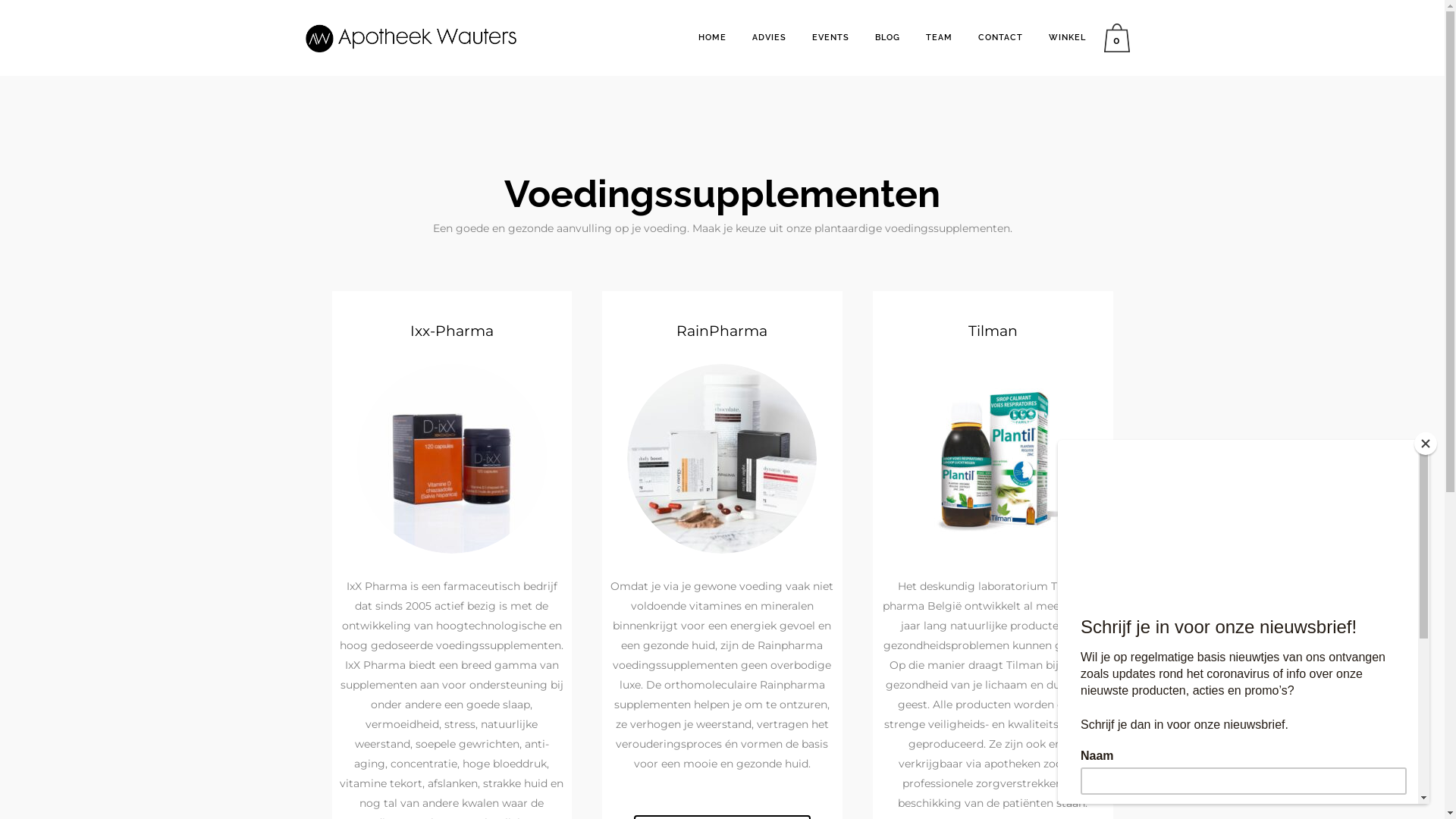  I want to click on 'EVENTS', so click(830, 37).